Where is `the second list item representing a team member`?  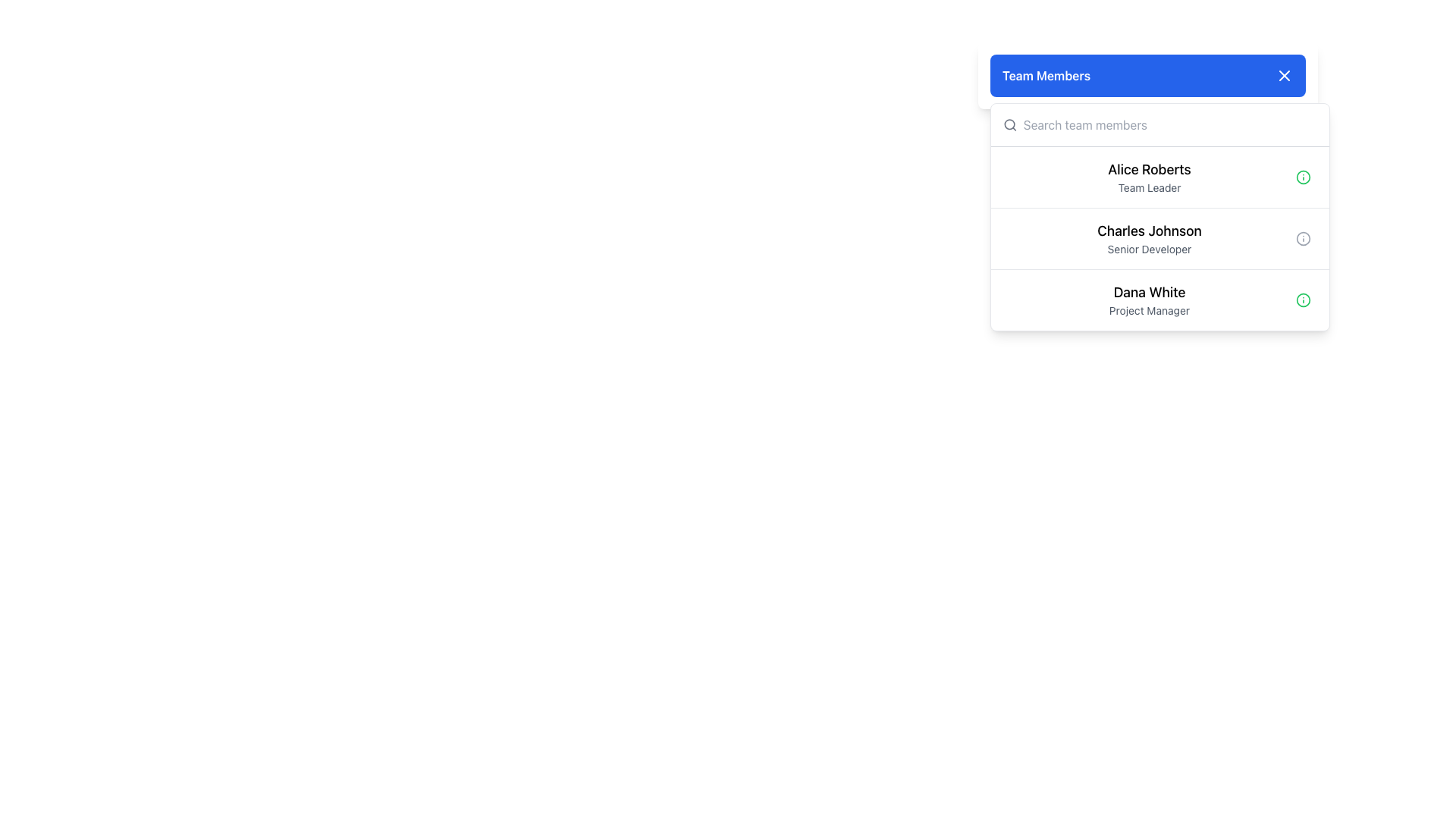
the second list item representing a team member is located at coordinates (1159, 237).